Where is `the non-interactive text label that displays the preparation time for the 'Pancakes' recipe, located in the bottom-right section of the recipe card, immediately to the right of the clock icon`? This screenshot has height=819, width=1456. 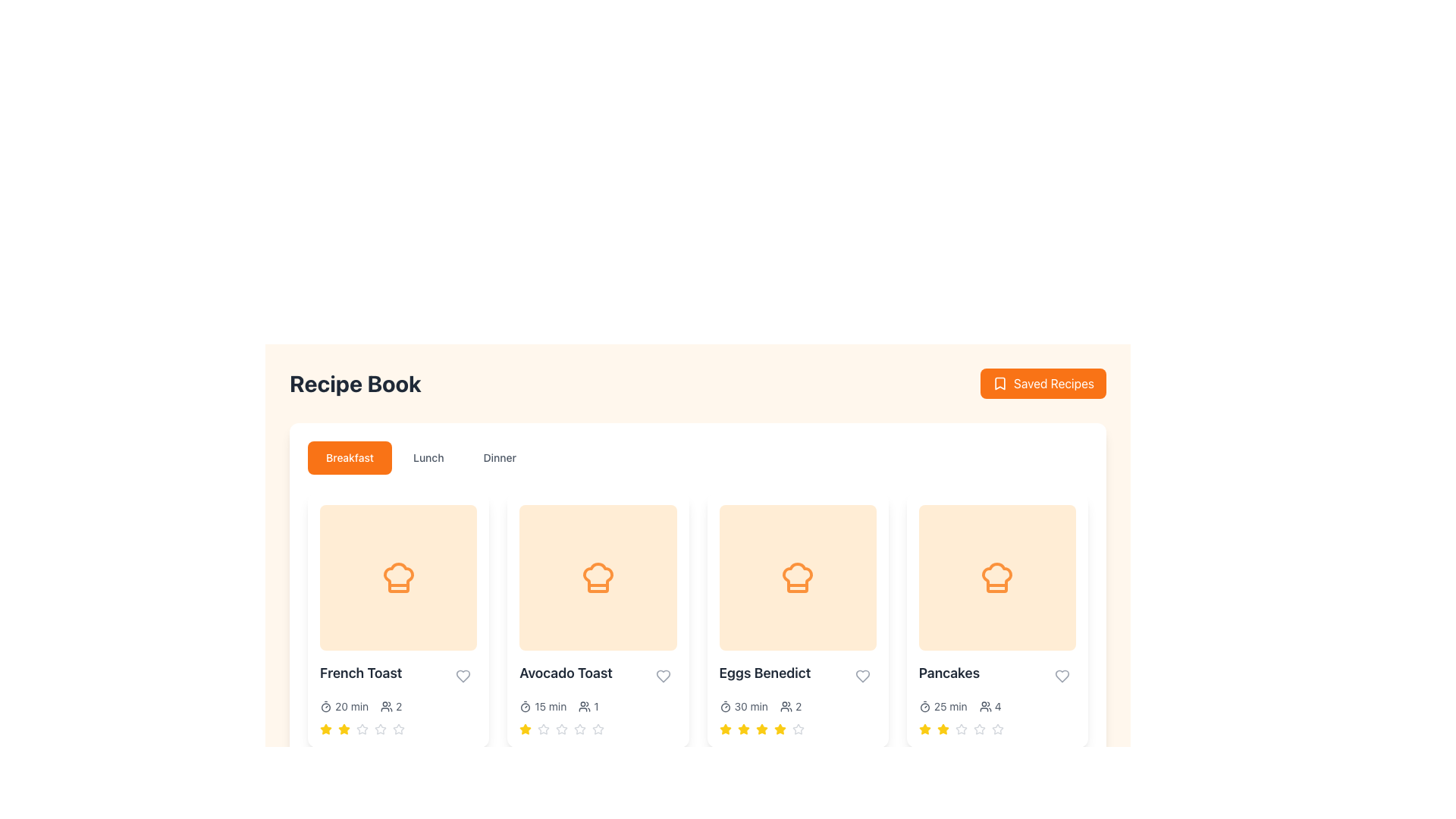 the non-interactive text label that displays the preparation time for the 'Pancakes' recipe, located in the bottom-right section of the recipe card, immediately to the right of the clock icon is located at coordinates (949, 707).